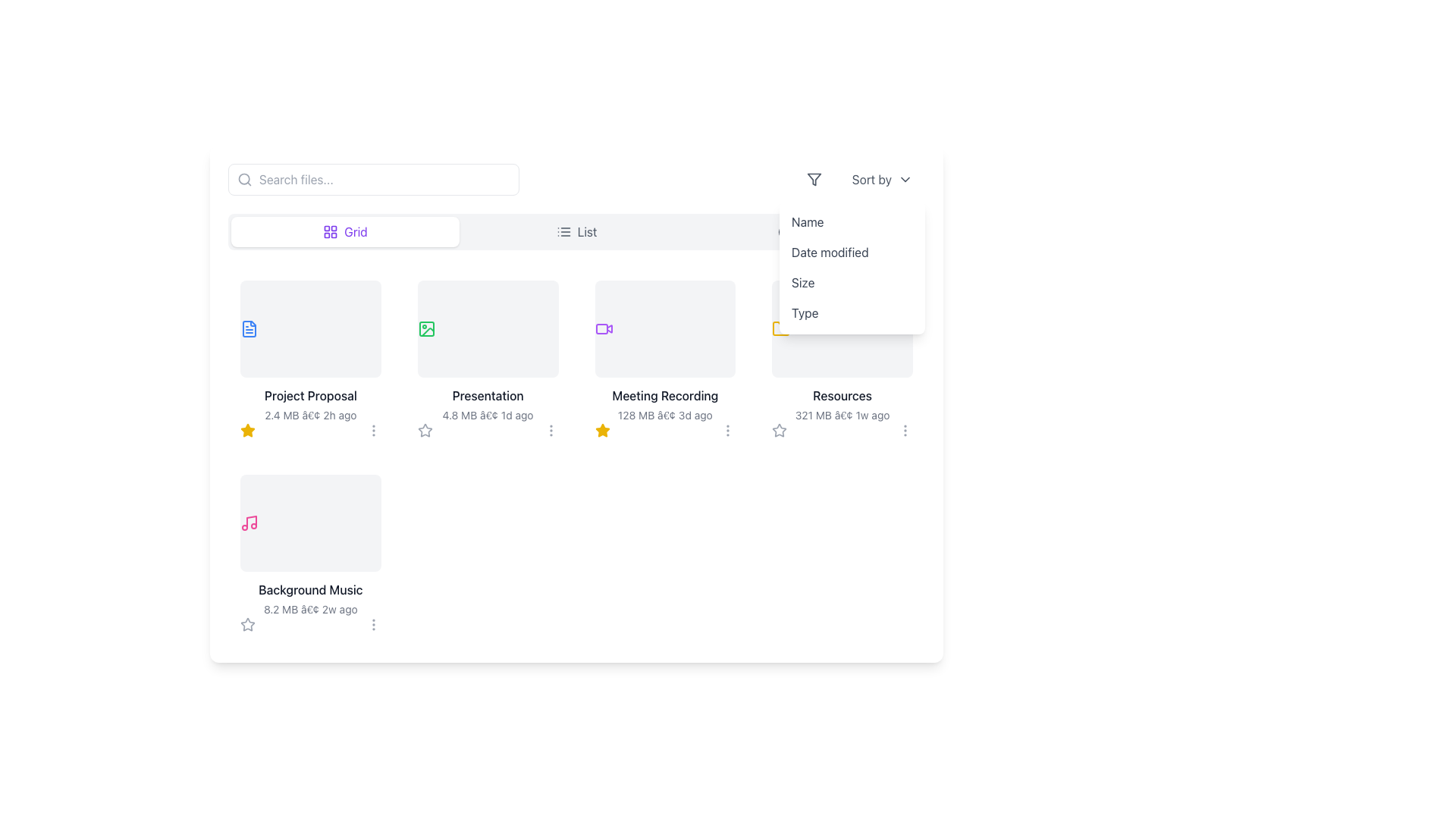  What do you see at coordinates (665, 351) in the screenshot?
I see `the File card, which is the third item in the grid view layout` at bounding box center [665, 351].